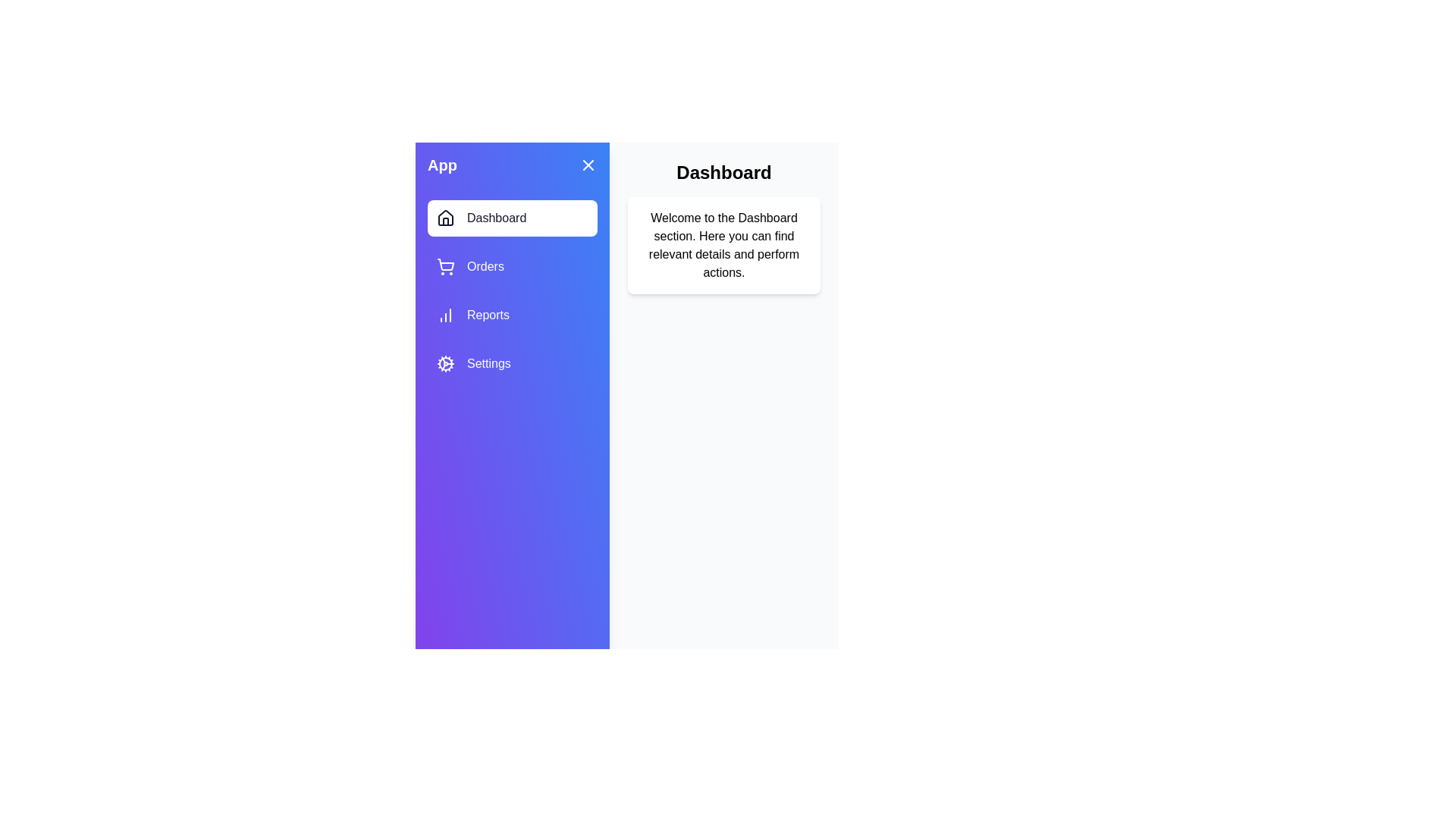 This screenshot has width=1456, height=819. Describe the element at coordinates (513, 218) in the screenshot. I see `the Dashboard section by clicking on its corresponding navigation item` at that location.